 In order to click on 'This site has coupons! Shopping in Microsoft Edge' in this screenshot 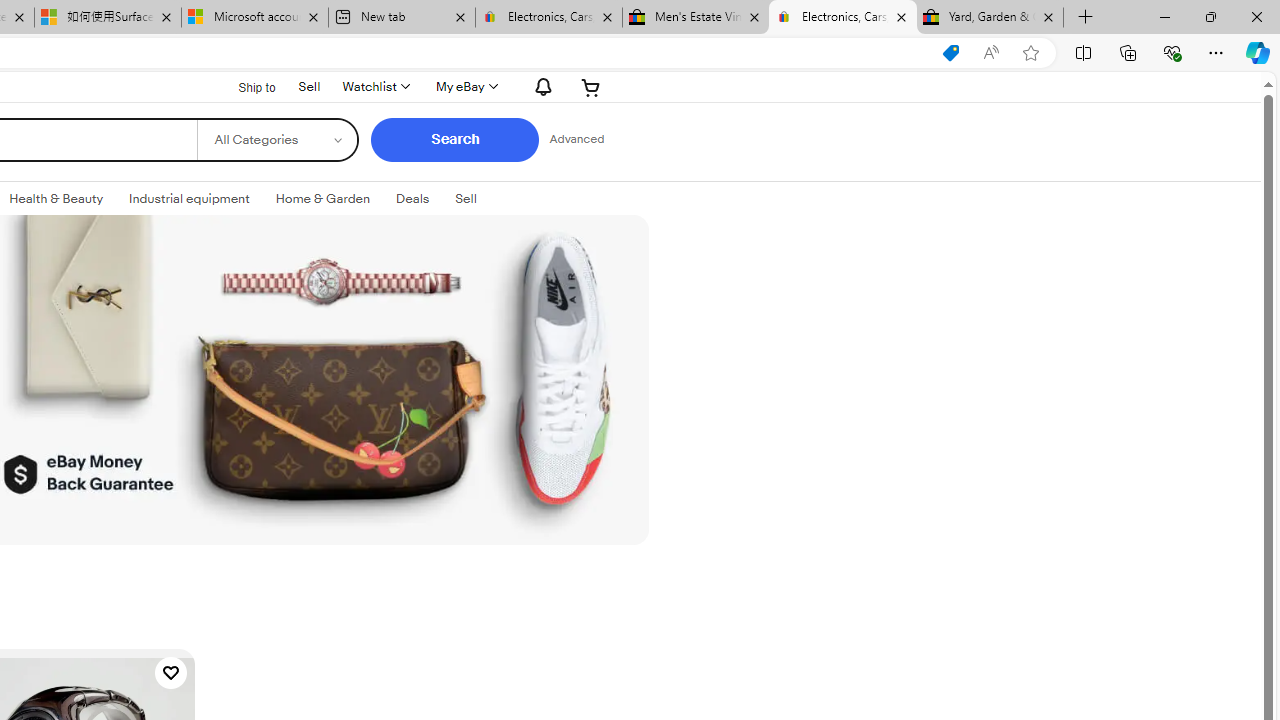, I will do `click(950, 52)`.